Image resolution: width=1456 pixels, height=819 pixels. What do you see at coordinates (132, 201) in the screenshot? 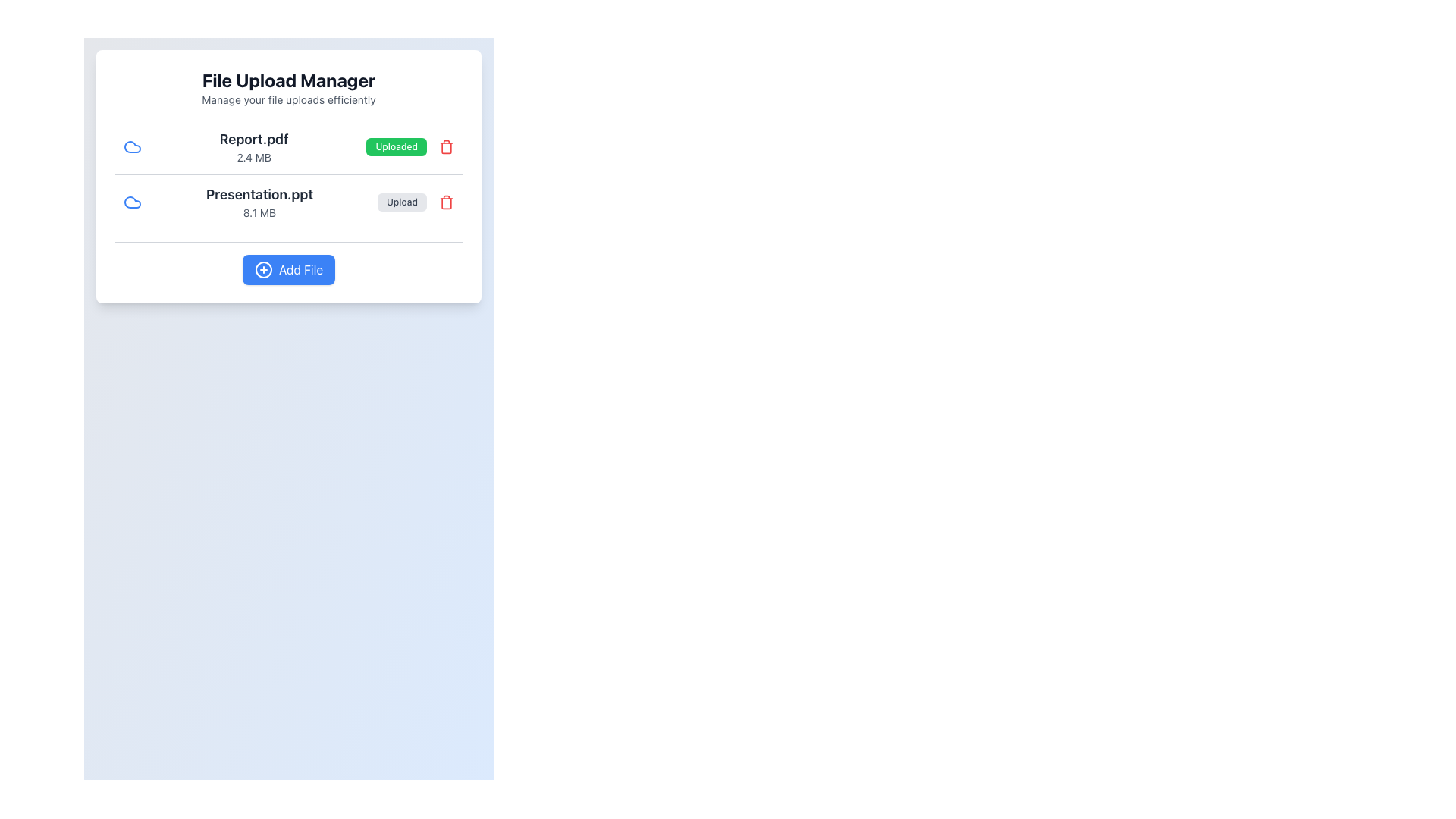
I see `the blue cloud-shaped icon located near the top-left of the panel, preceding the text 'Report.pdf'` at bounding box center [132, 201].